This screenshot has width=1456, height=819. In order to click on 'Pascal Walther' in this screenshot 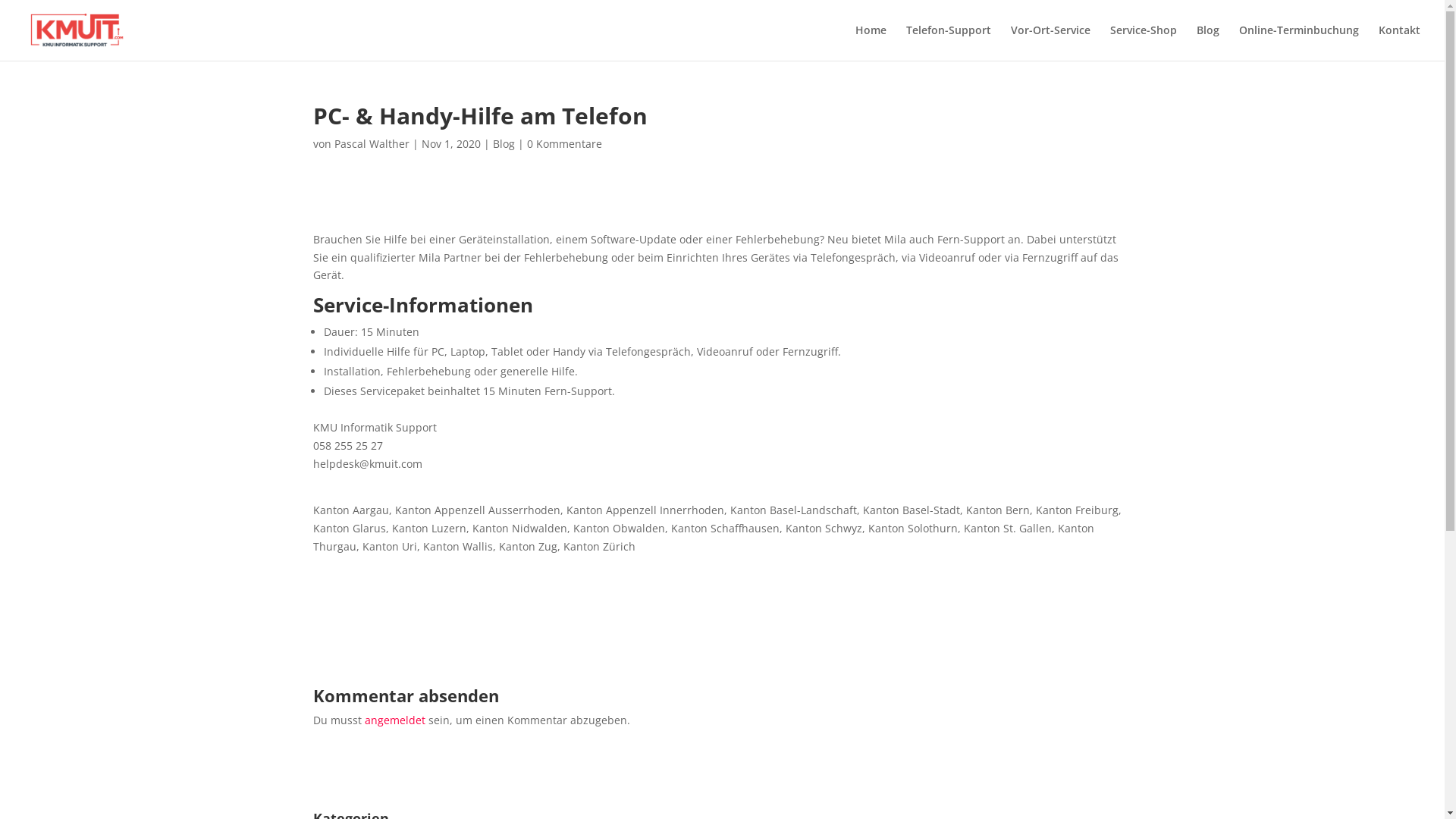, I will do `click(333, 143)`.